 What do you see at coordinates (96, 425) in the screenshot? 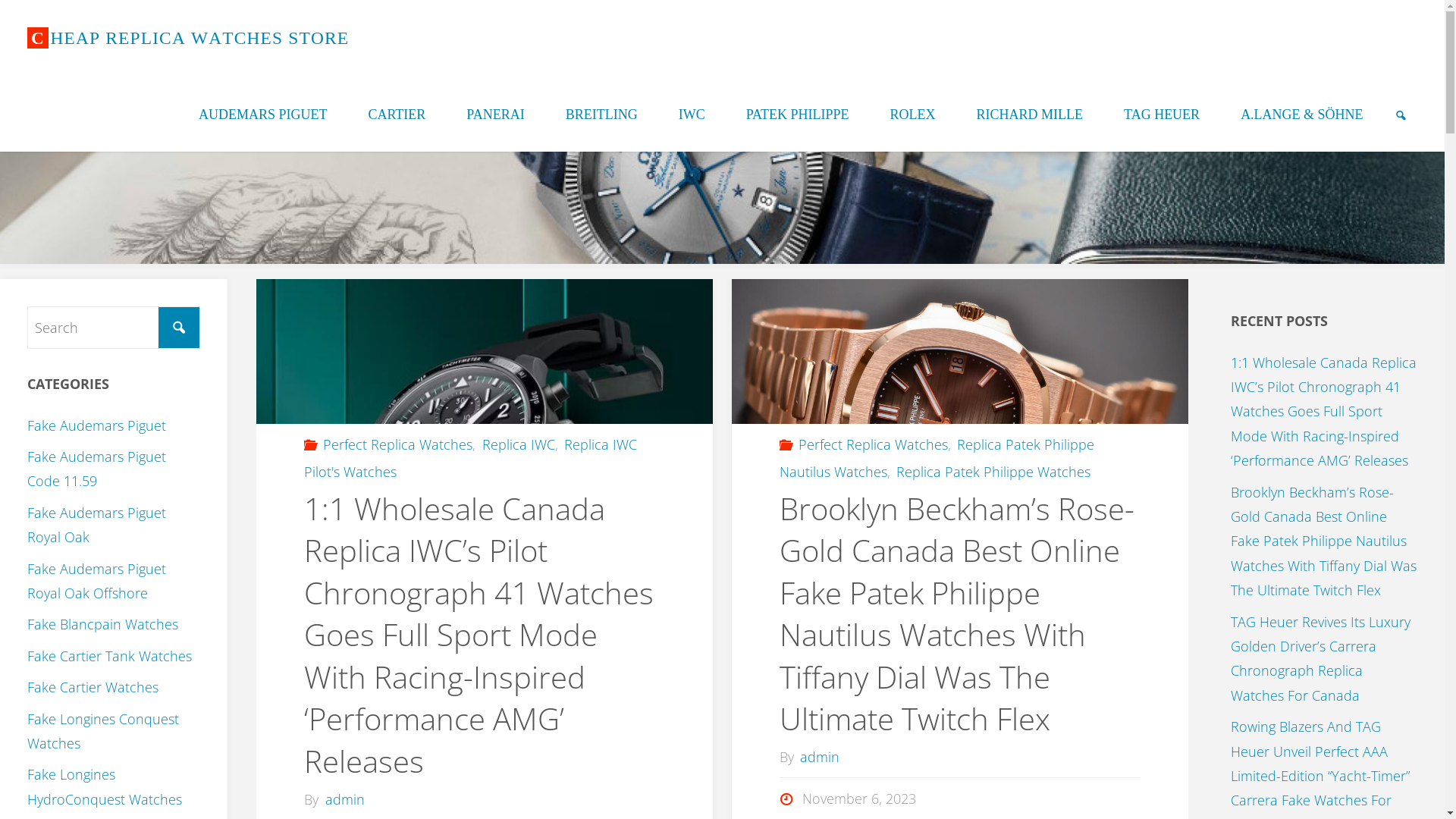
I see `'Fake Audemars Piguet'` at bounding box center [96, 425].